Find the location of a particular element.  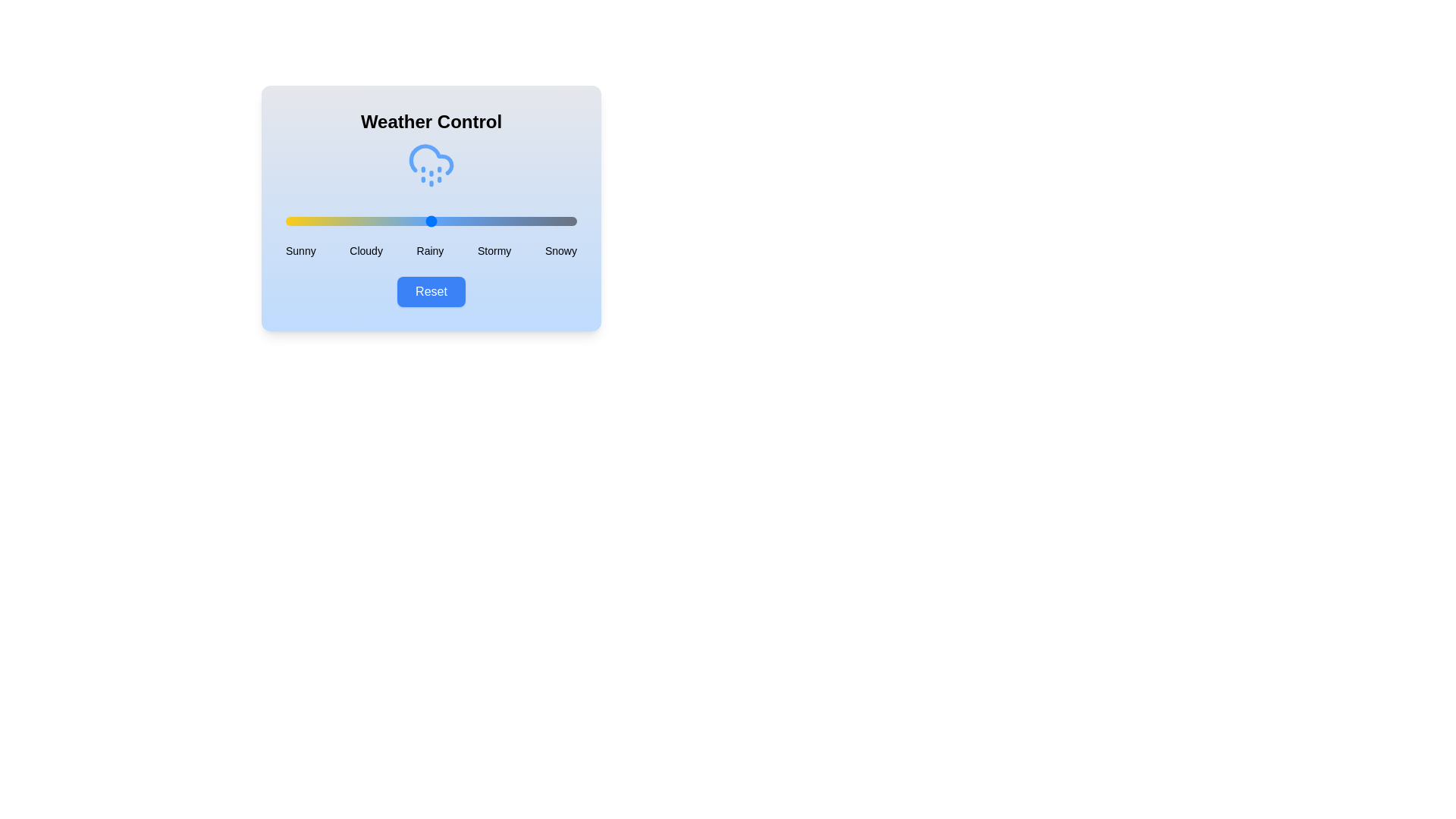

the weather condition label Cloudy to select it is located at coordinates (366, 250).